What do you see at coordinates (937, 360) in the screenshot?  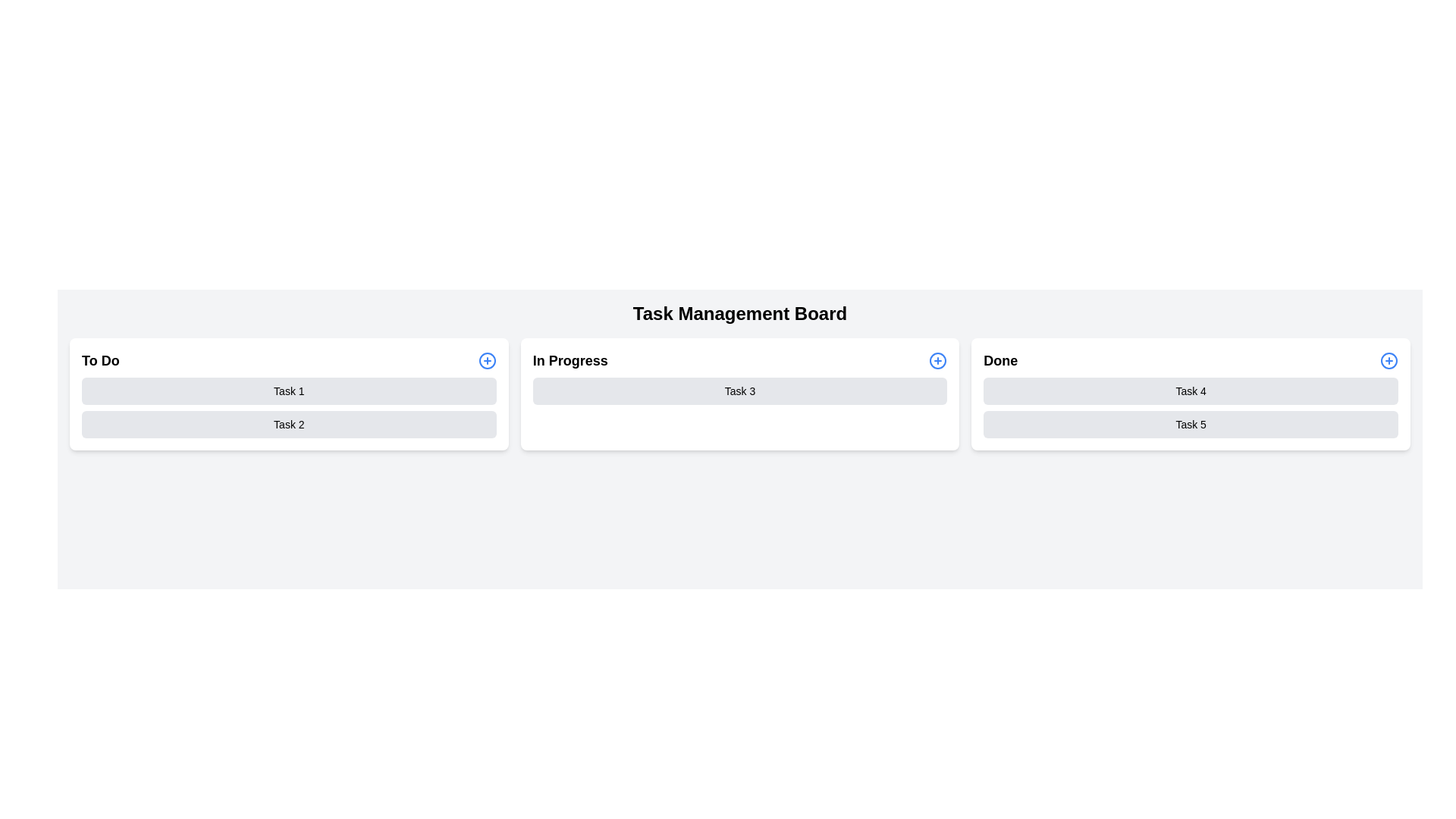 I see `the interactive button located in the top-right corner of the 'In Progress' column header` at bounding box center [937, 360].